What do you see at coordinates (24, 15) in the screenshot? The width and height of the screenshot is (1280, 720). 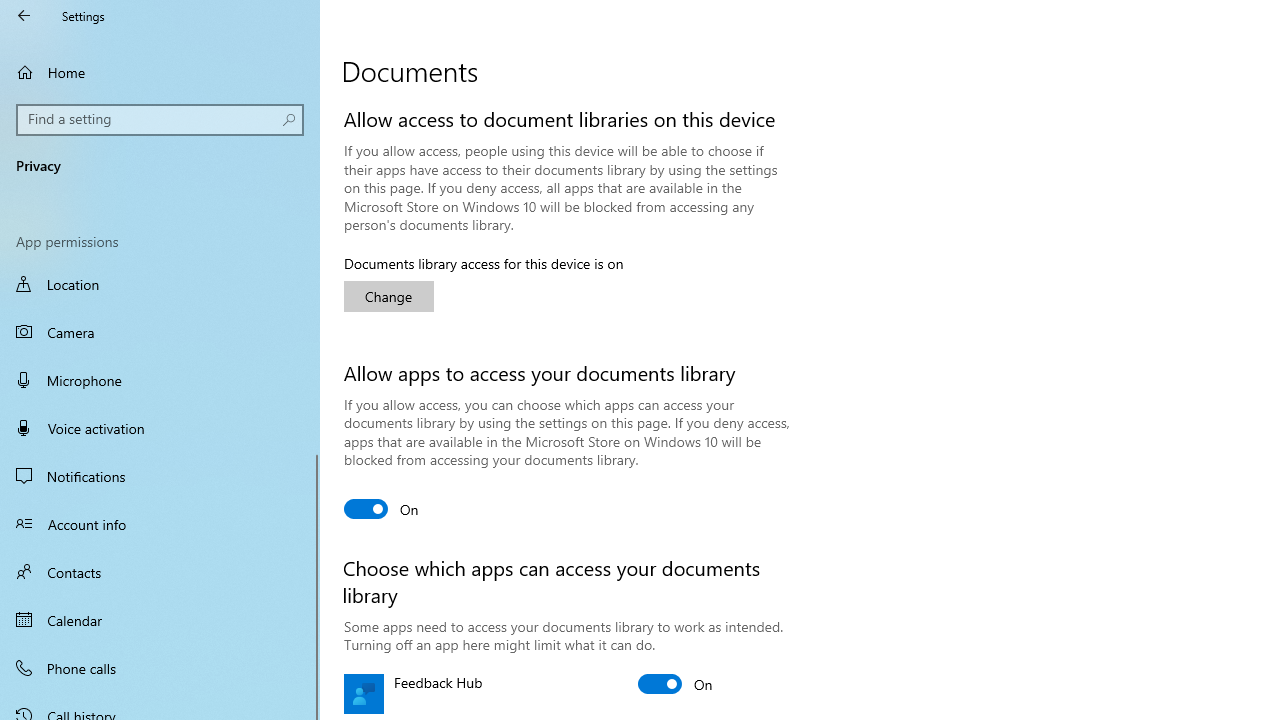 I see `'Back'` at bounding box center [24, 15].